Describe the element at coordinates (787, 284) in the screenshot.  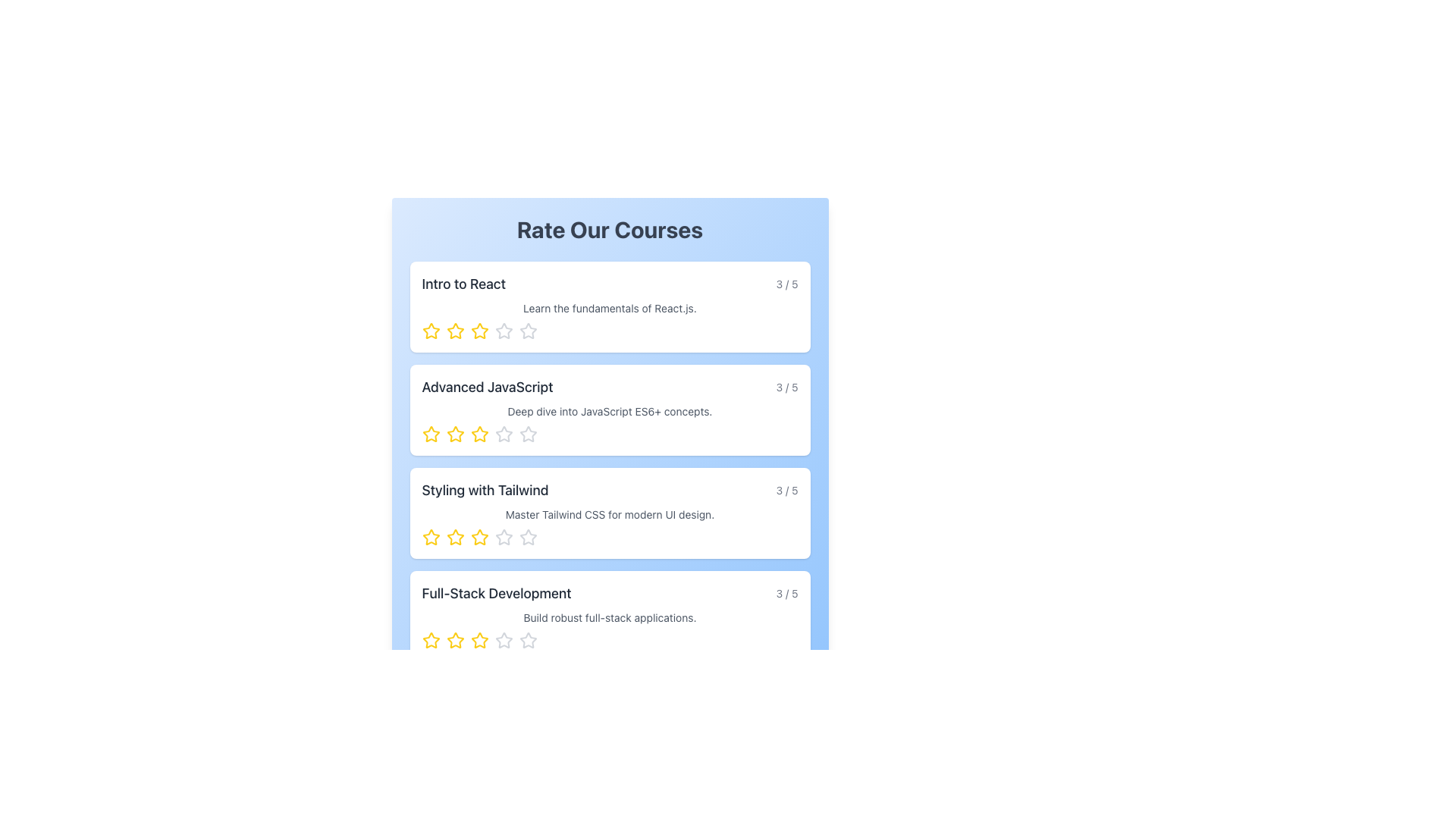
I see `the static text element that indicates a rating of 3 out of 5 for the course 'Intro to React', located at the rightmost part of the course list under the 'Rate Our Courses' section` at that location.